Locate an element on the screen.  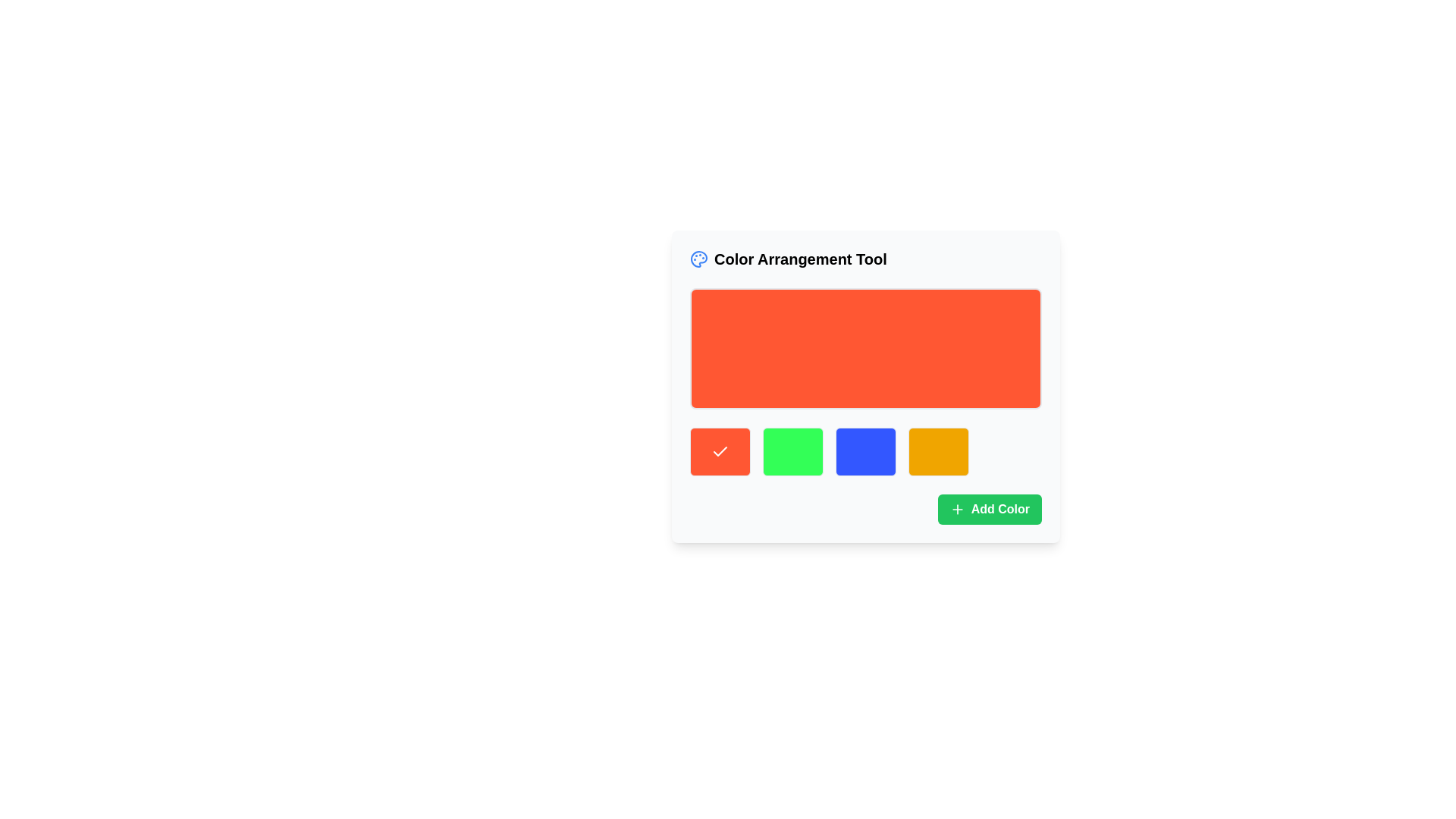
the third selectable color block is located at coordinates (866, 451).